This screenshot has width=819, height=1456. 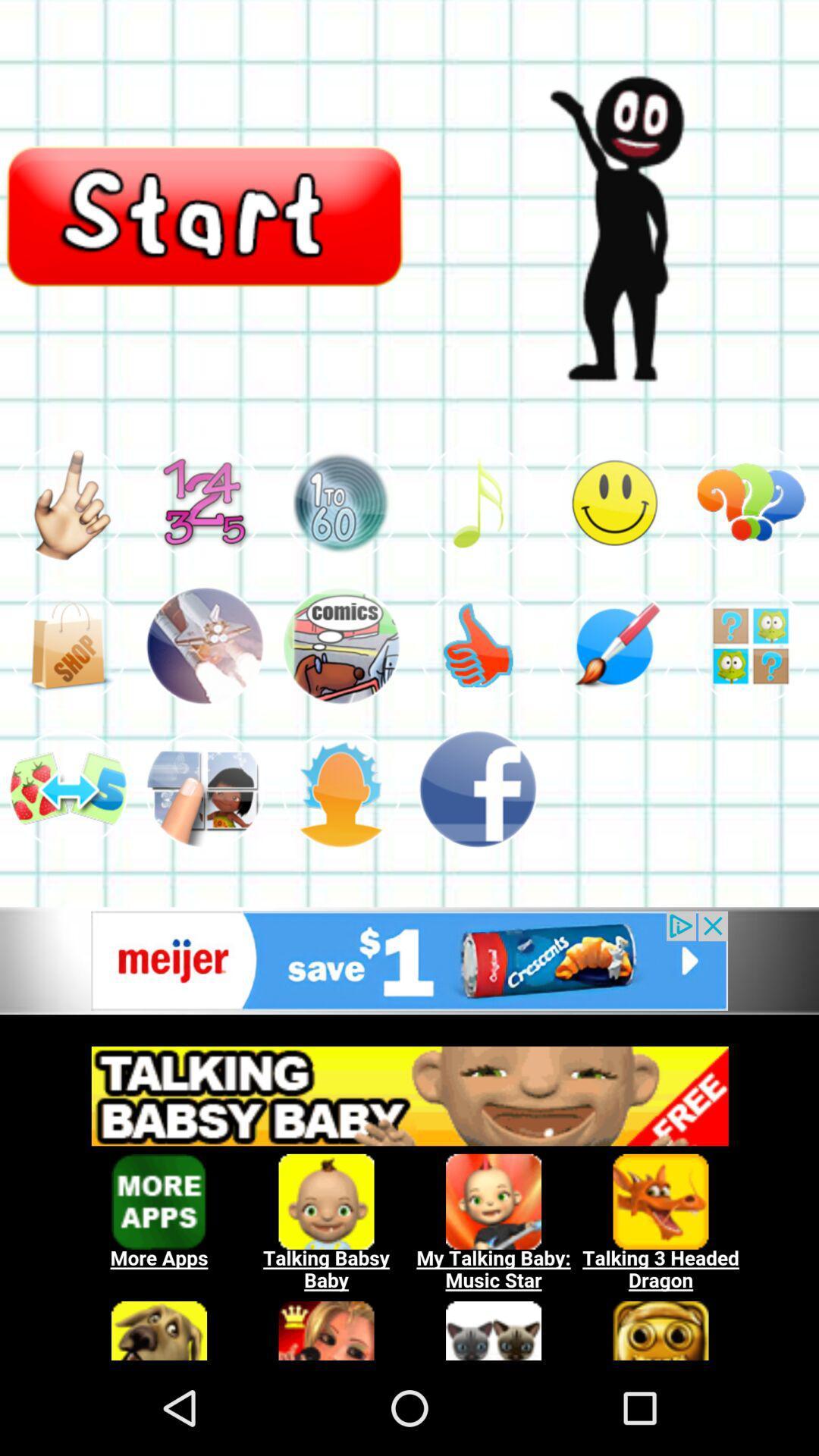 What do you see at coordinates (476, 844) in the screenshot?
I see `the facebook icon` at bounding box center [476, 844].